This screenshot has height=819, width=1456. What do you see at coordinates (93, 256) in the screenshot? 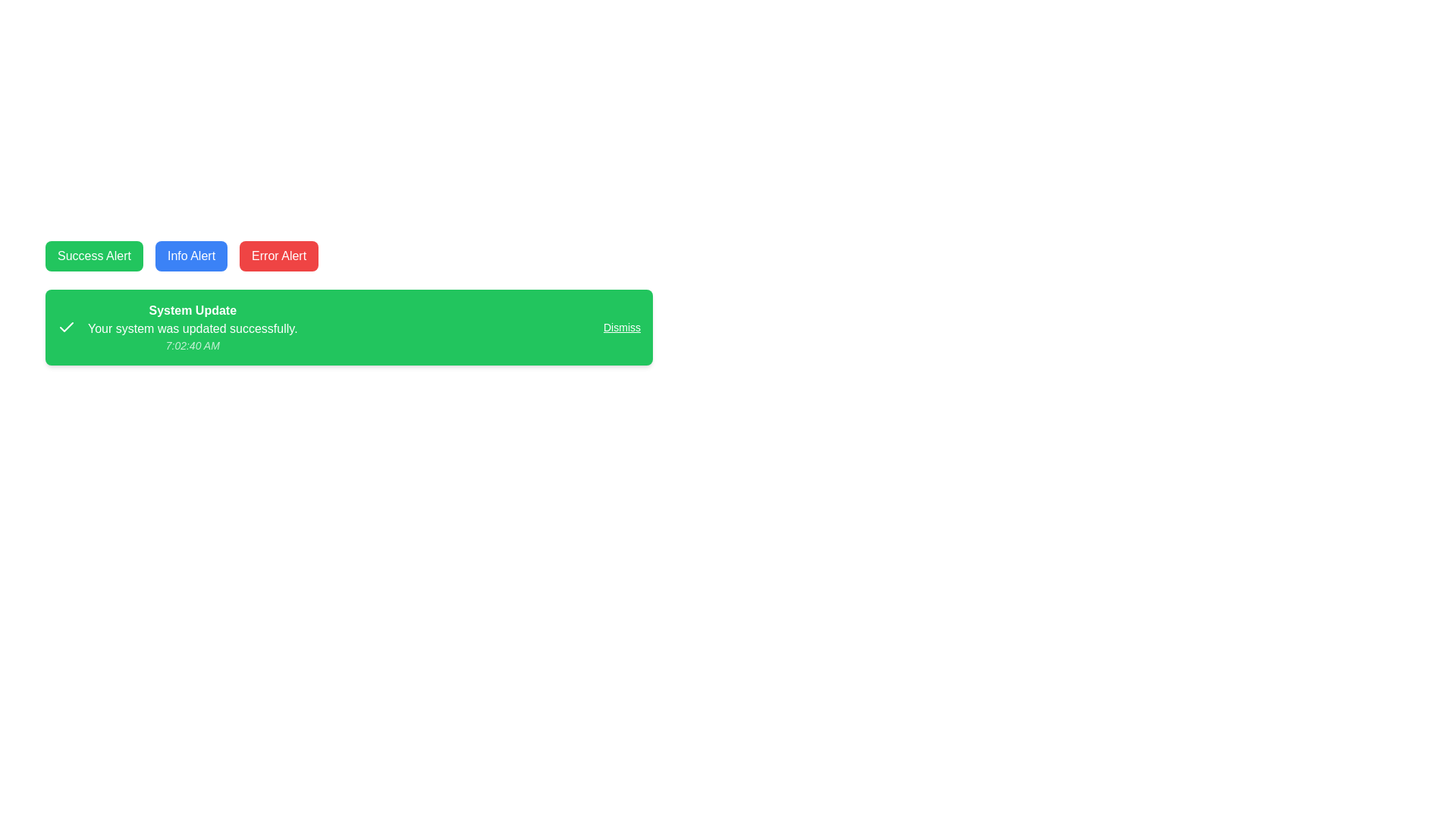
I see `the 'Success Alert' button, which is a rectangular button with rounded corners and a bright green background` at bounding box center [93, 256].